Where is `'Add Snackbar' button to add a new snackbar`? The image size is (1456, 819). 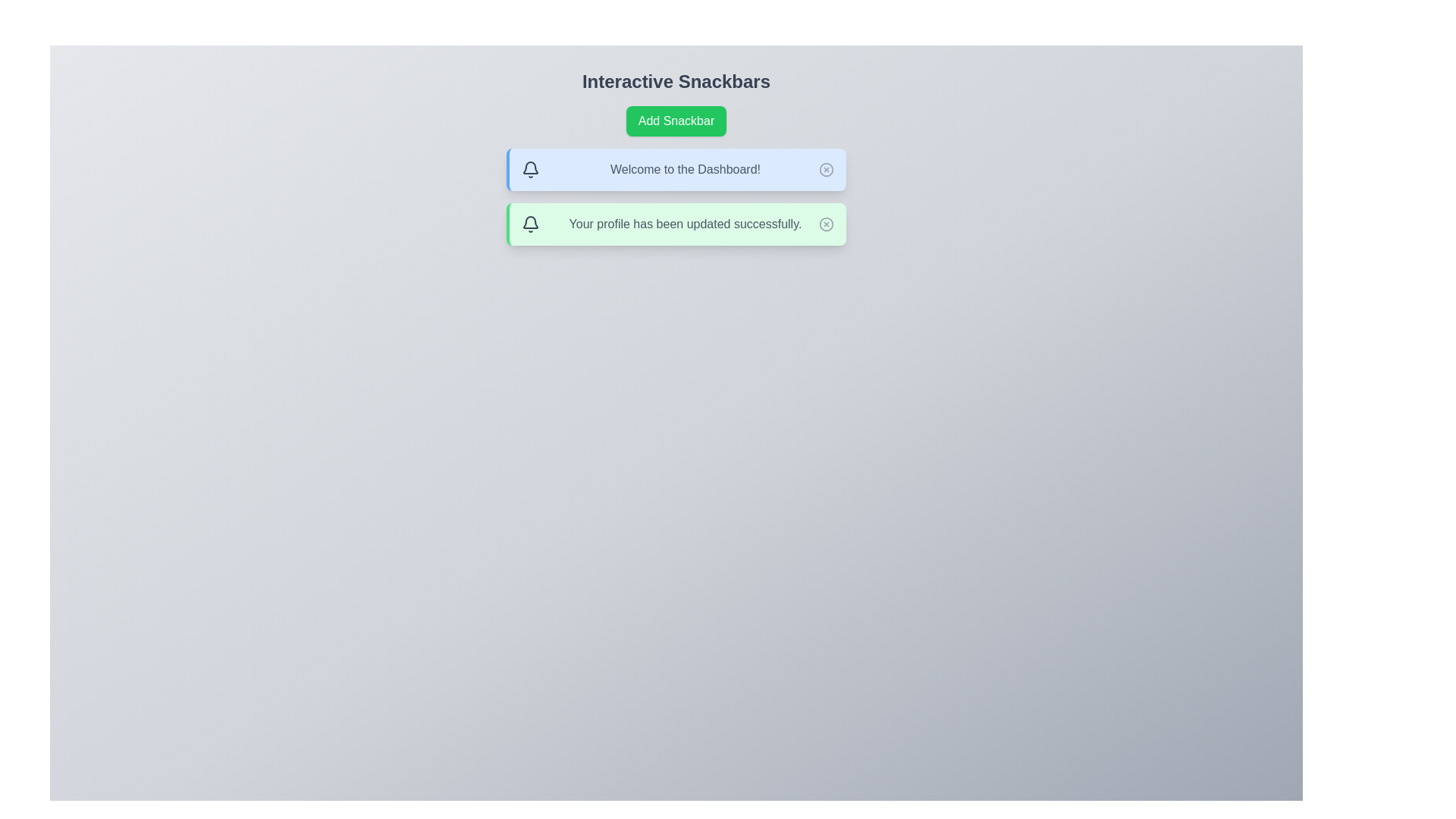
'Add Snackbar' button to add a new snackbar is located at coordinates (676, 120).